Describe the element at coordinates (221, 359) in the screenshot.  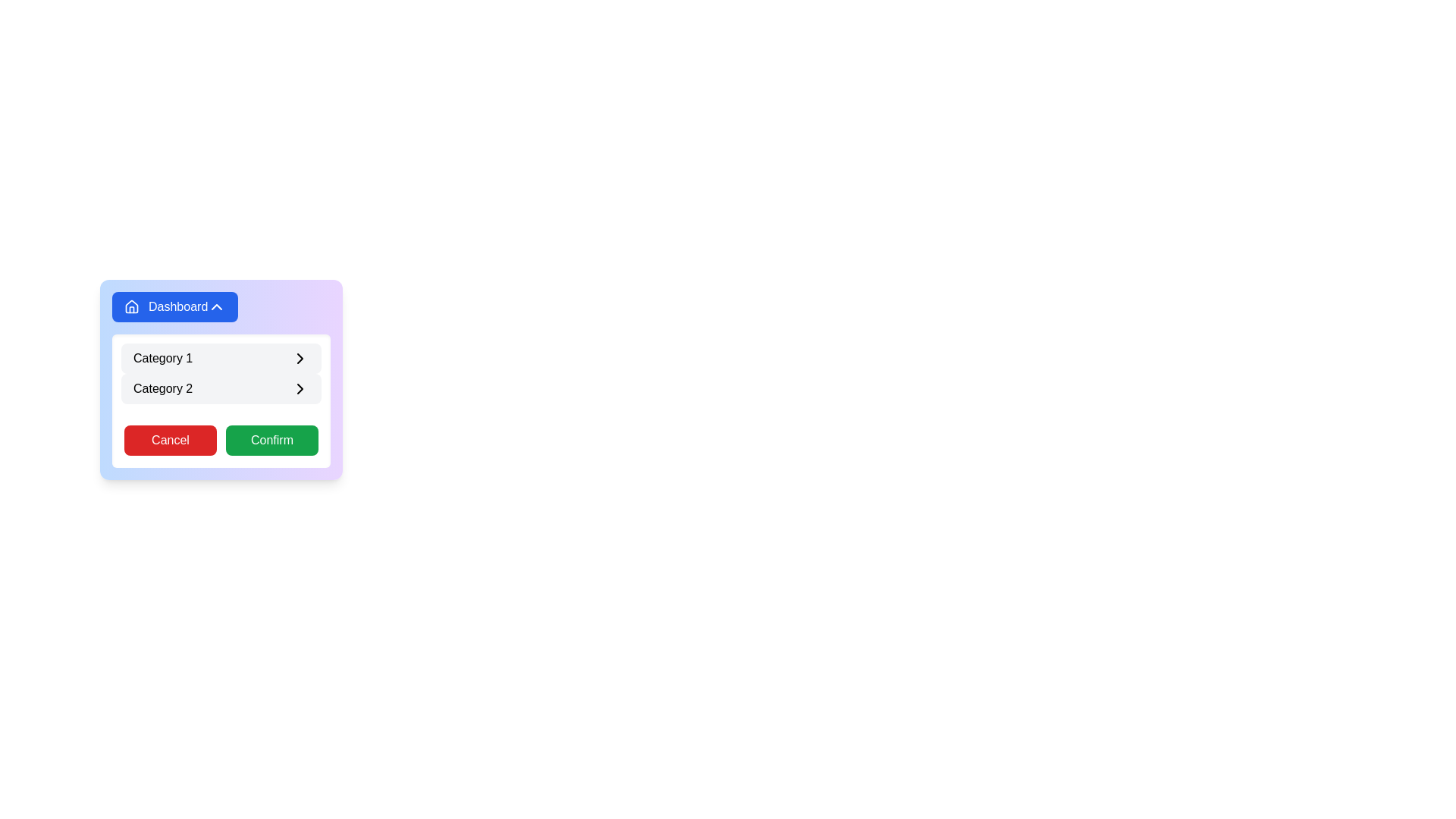
I see `the first list item labeled 'Category 1'` at that location.